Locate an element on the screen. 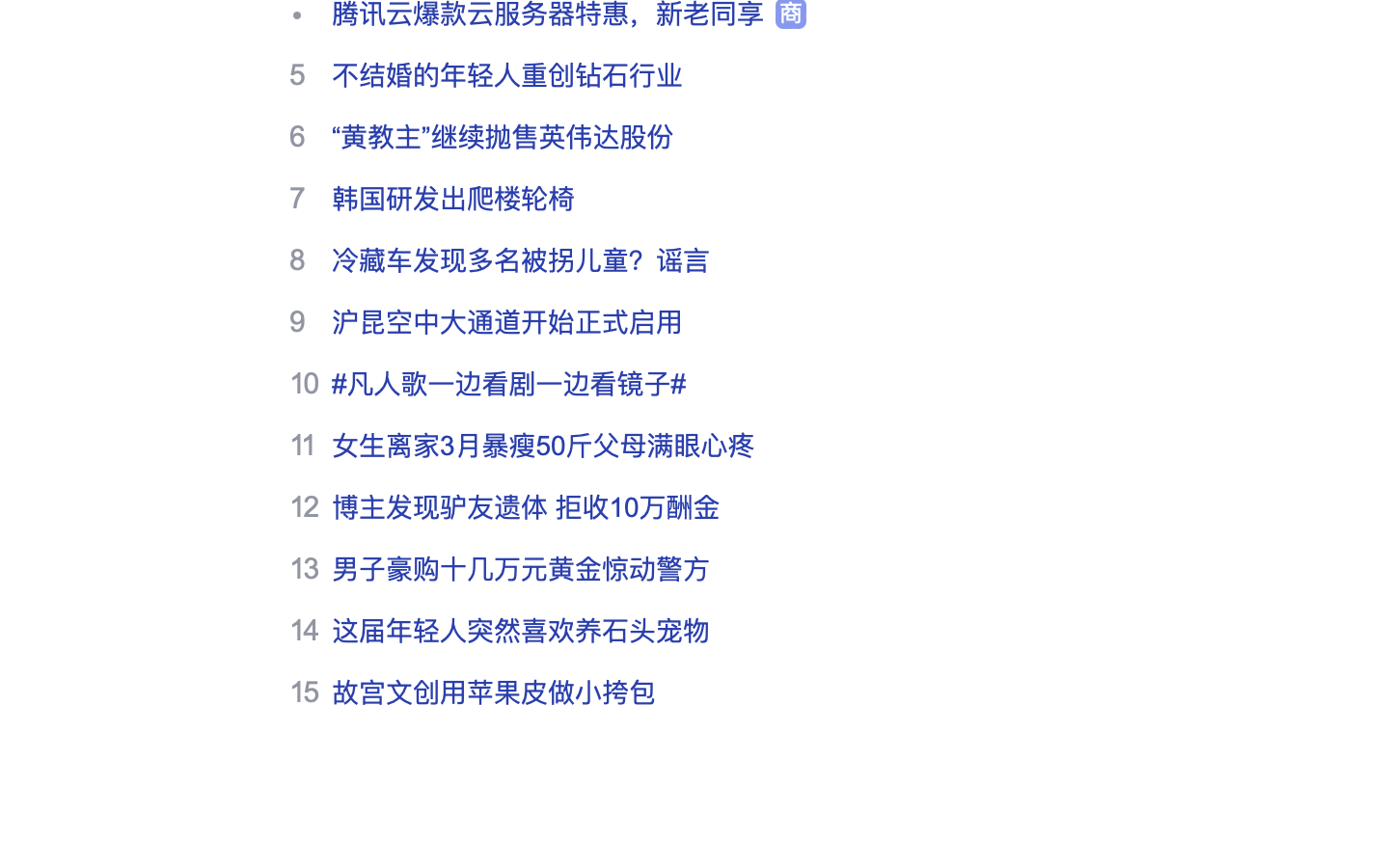 This screenshot has height=868, width=1389. '13' is located at coordinates (304, 567).